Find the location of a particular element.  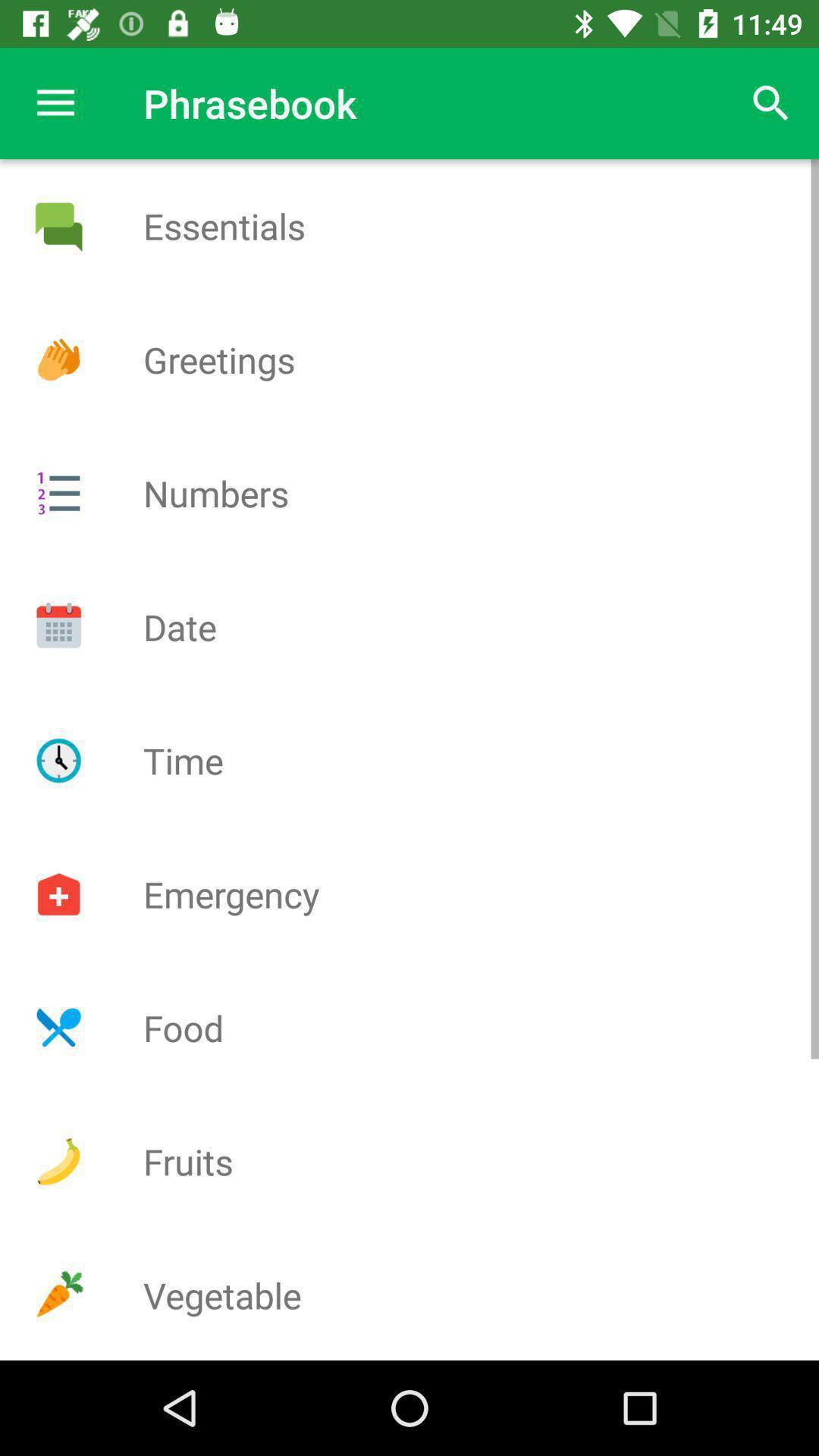

show food phrases is located at coordinates (58, 1028).